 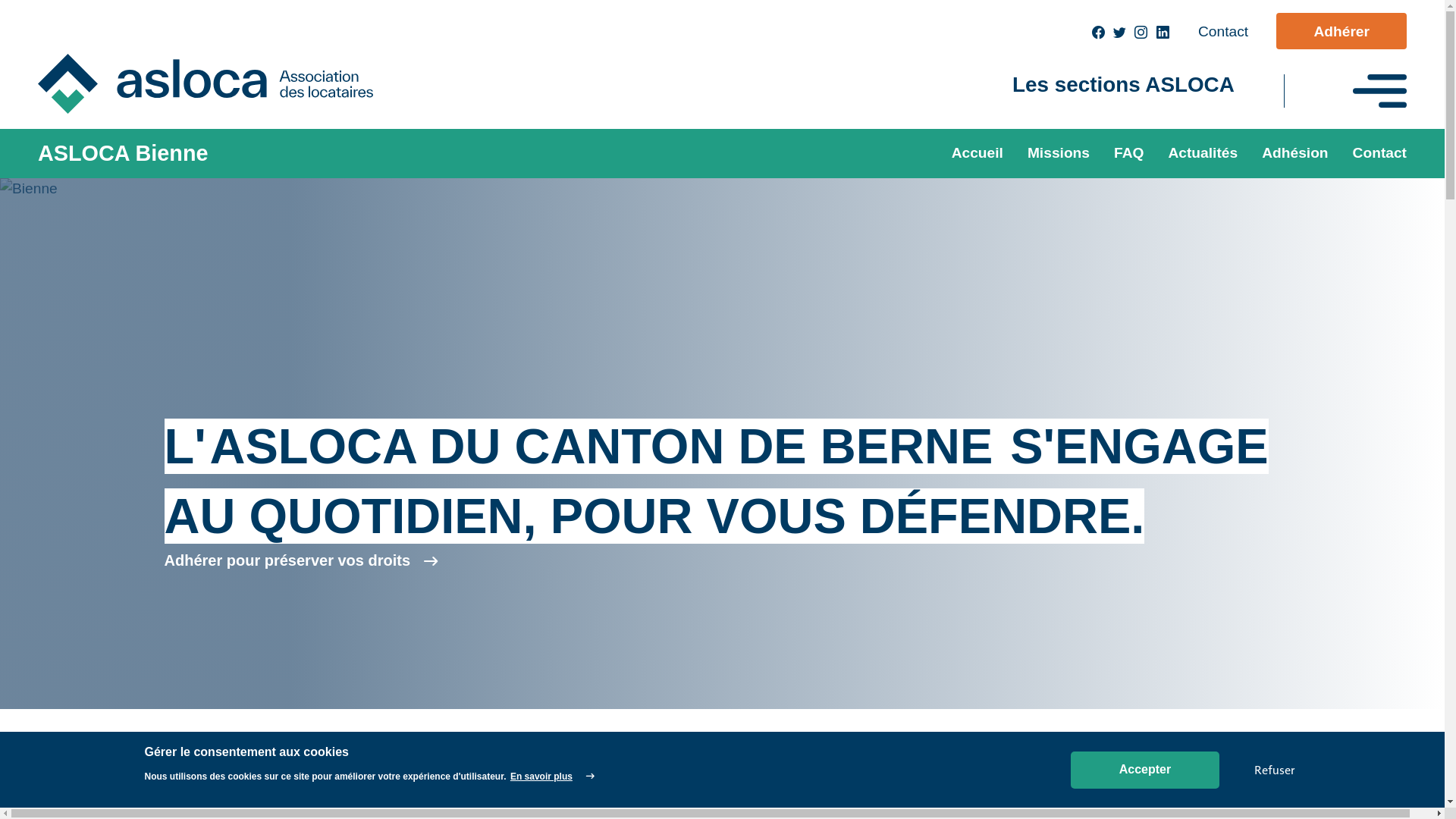 I want to click on 'Missions', so click(x=1015, y=153).